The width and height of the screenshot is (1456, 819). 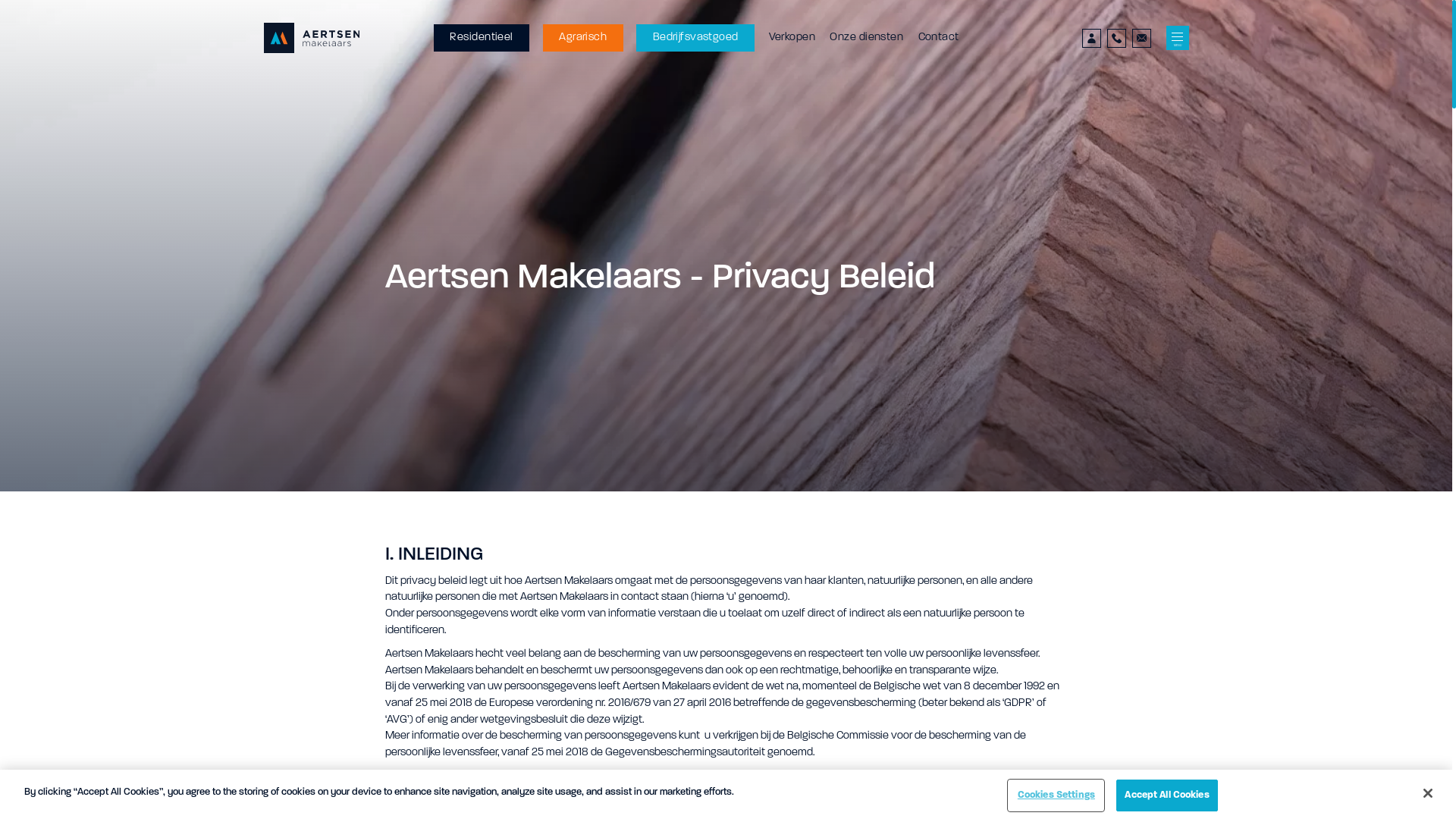 I want to click on 'Je houvast in vastgoed.', so click(x=311, y=37).